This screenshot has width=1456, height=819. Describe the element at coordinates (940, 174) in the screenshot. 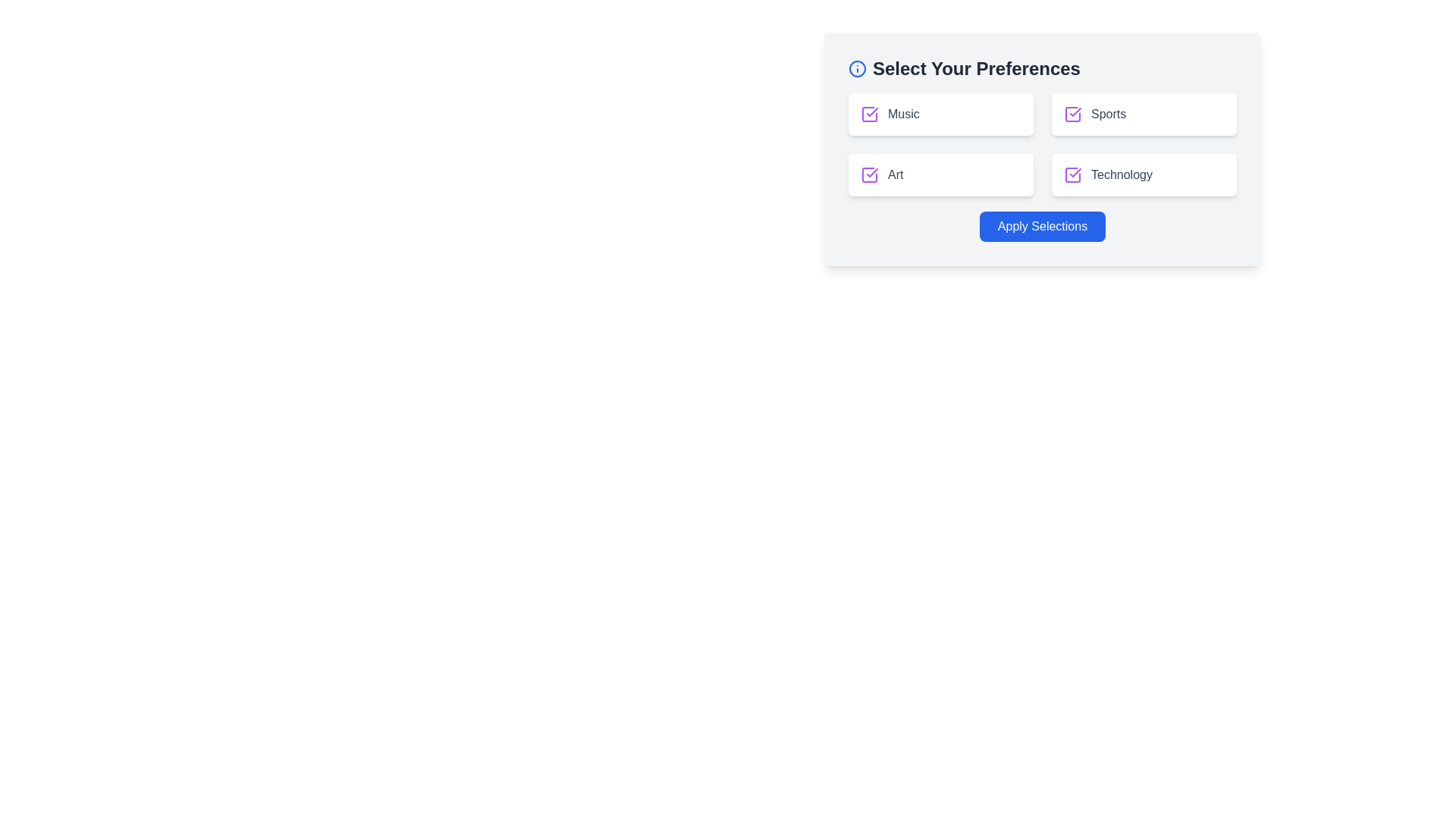

I see `the 'Art' checkbox element` at that location.